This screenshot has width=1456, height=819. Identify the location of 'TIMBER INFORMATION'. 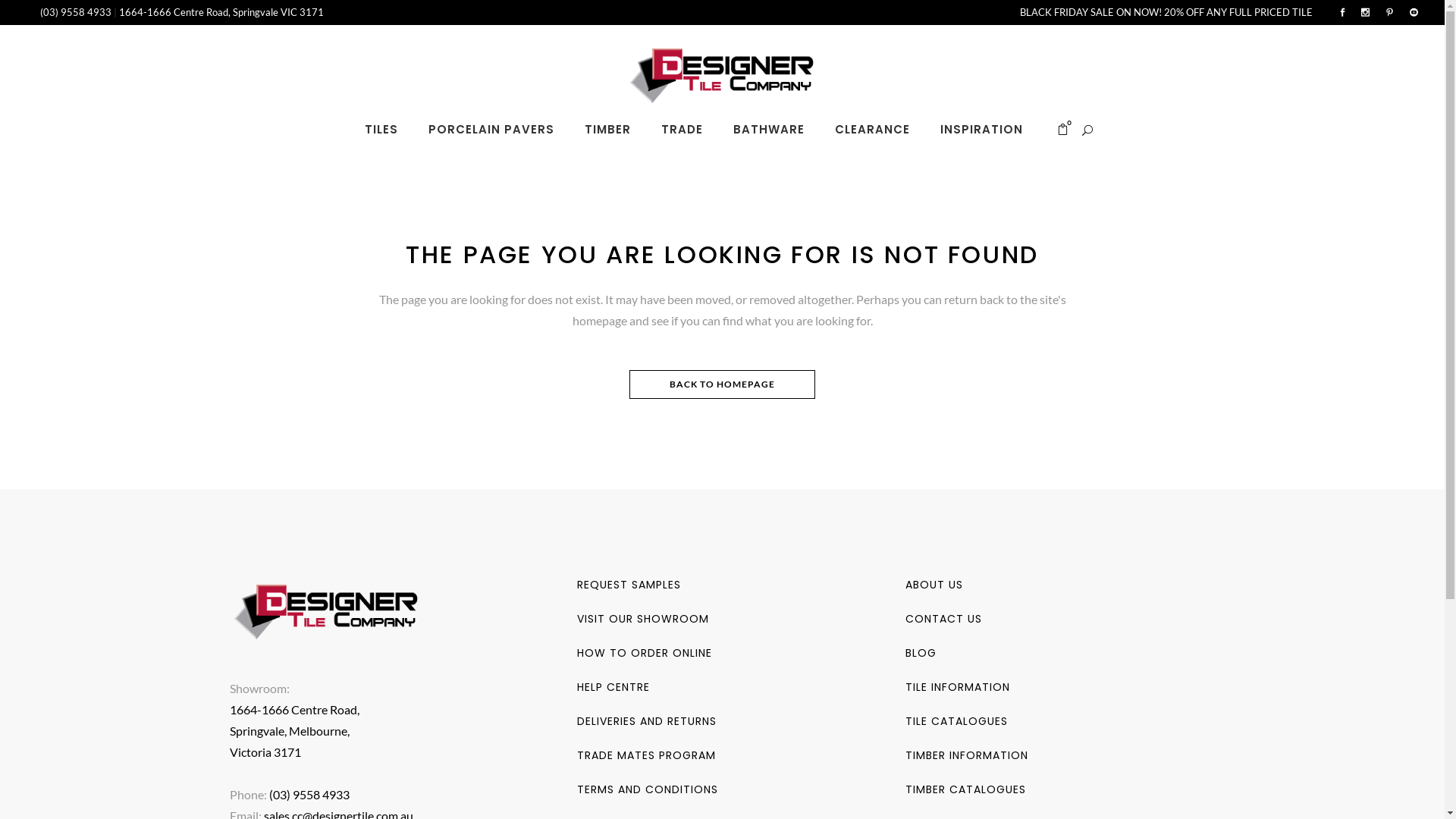
(966, 755).